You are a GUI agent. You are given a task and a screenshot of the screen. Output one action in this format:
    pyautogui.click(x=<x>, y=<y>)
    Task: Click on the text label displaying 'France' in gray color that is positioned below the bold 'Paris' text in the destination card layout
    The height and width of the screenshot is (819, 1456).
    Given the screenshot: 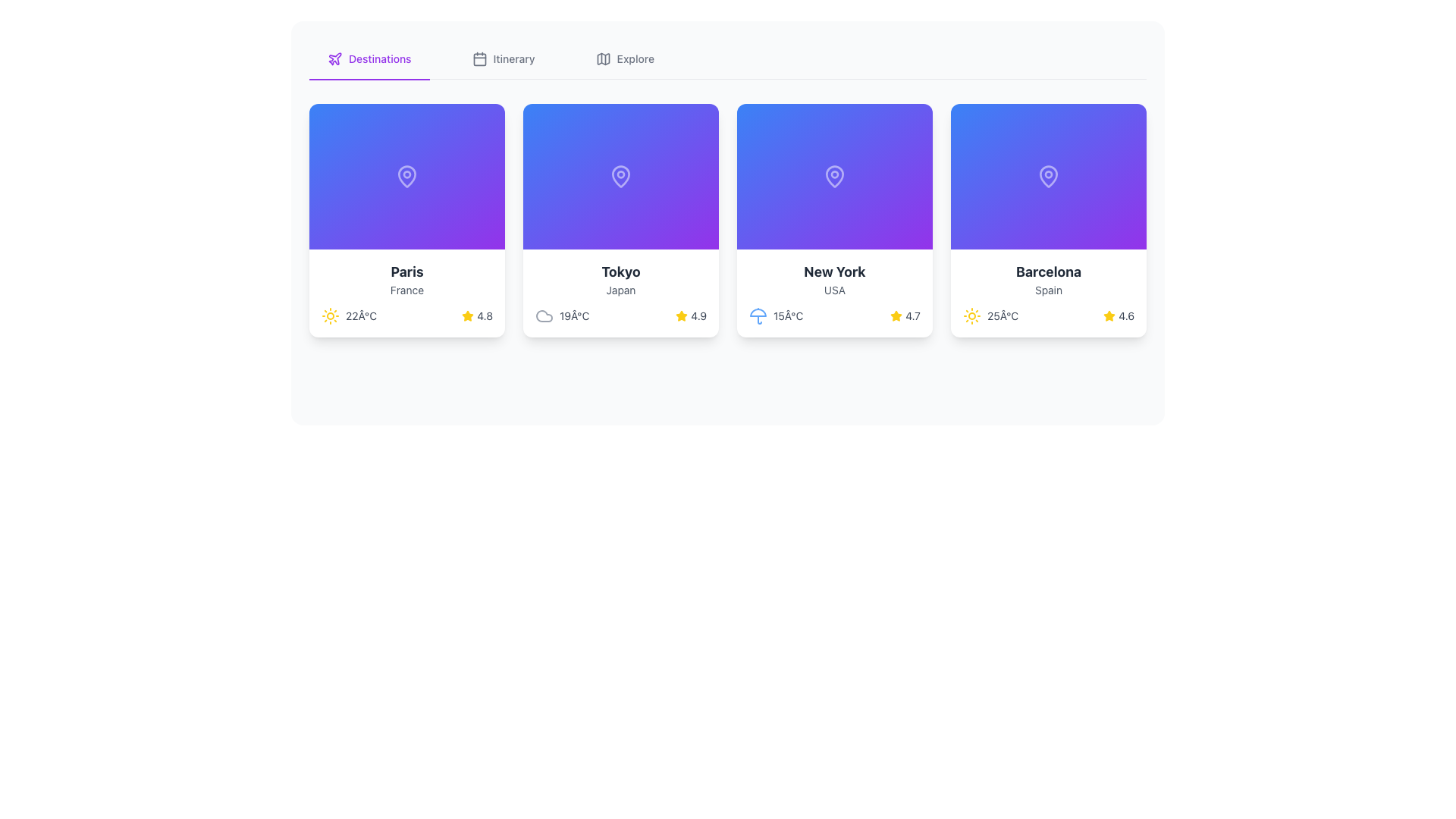 What is the action you would take?
    pyautogui.click(x=407, y=290)
    